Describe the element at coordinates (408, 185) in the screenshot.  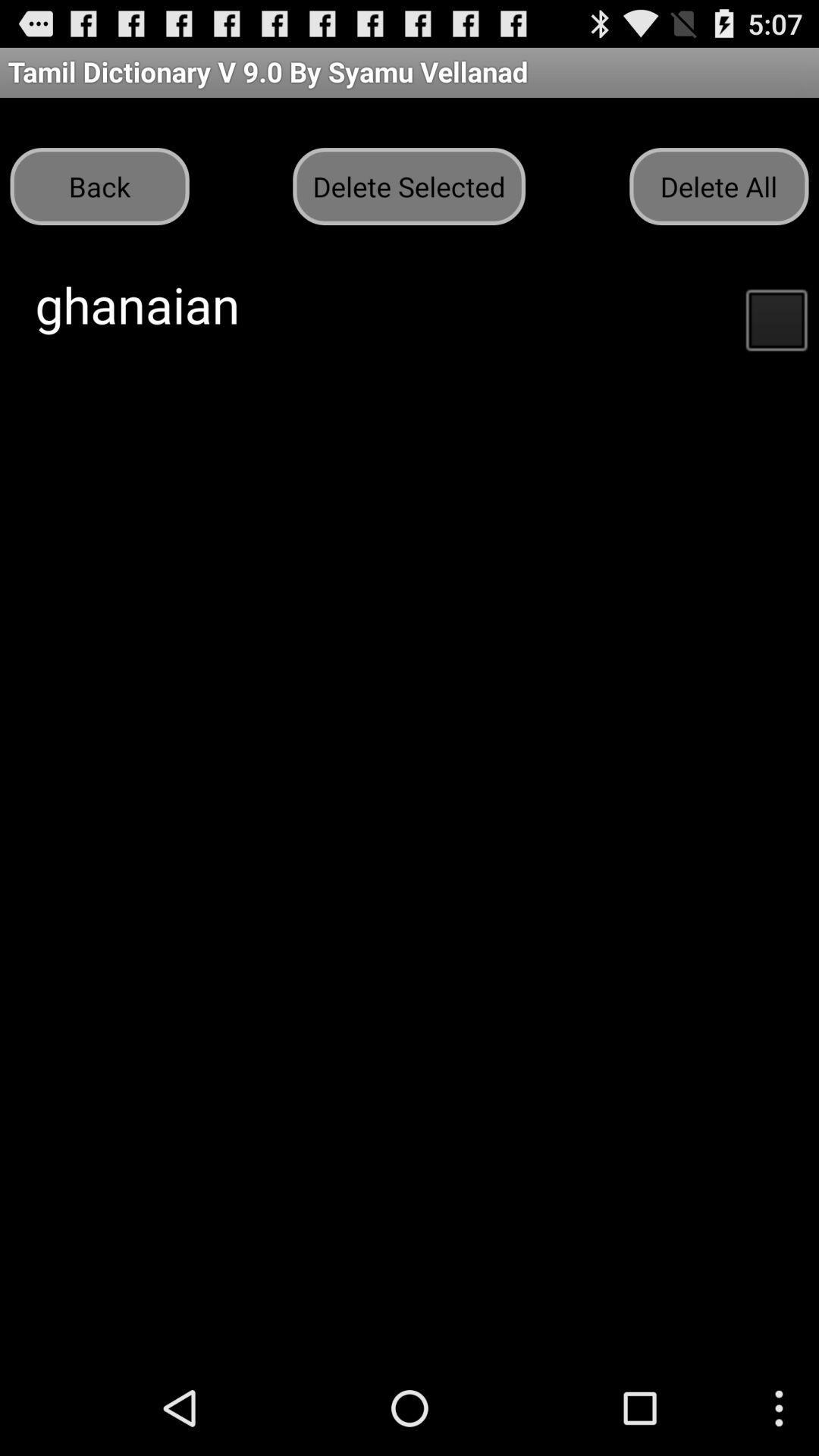
I see `the icon below the tamil dictionary v item` at that location.